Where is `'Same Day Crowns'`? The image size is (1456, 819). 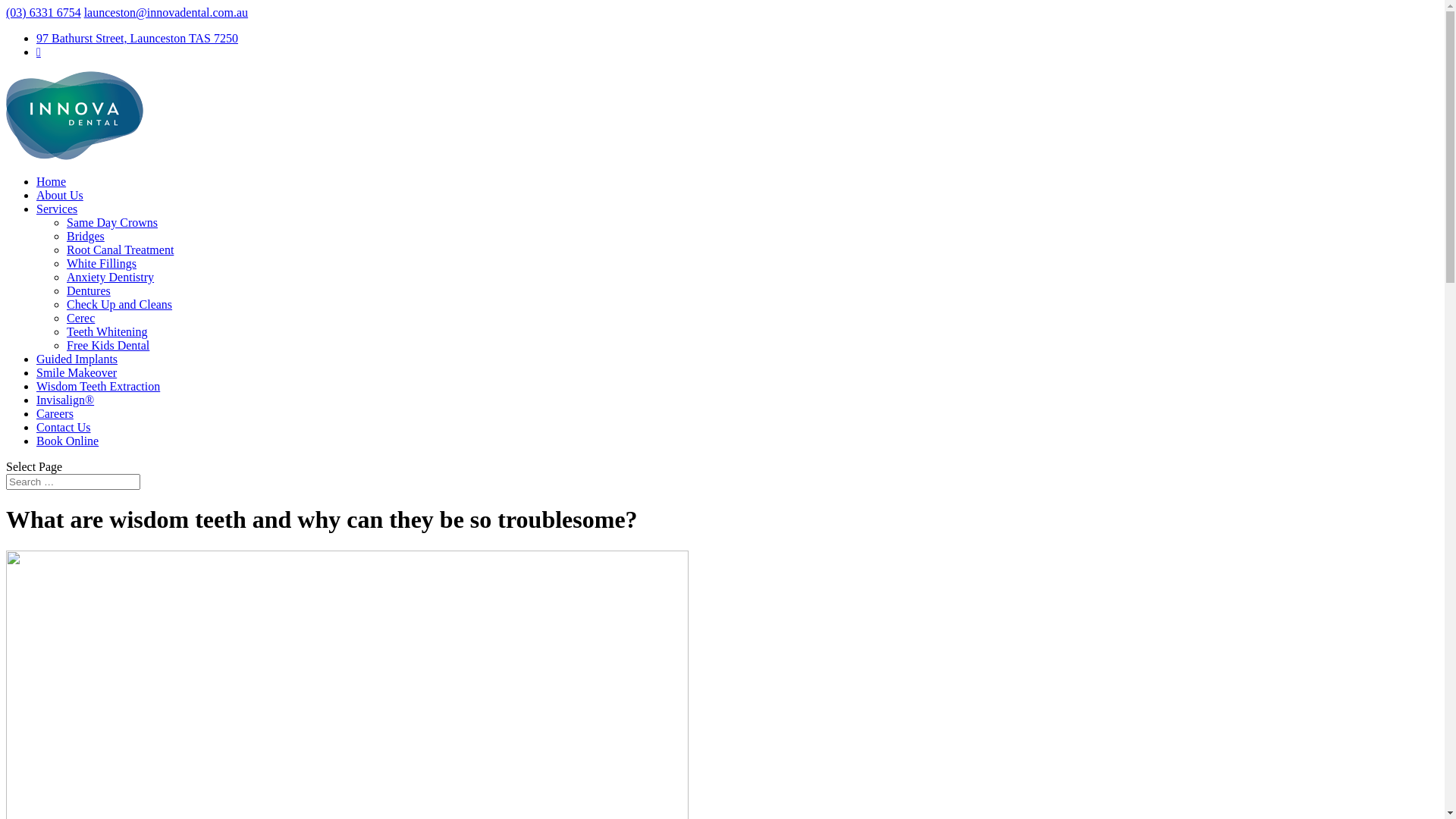 'Same Day Crowns' is located at coordinates (111, 222).